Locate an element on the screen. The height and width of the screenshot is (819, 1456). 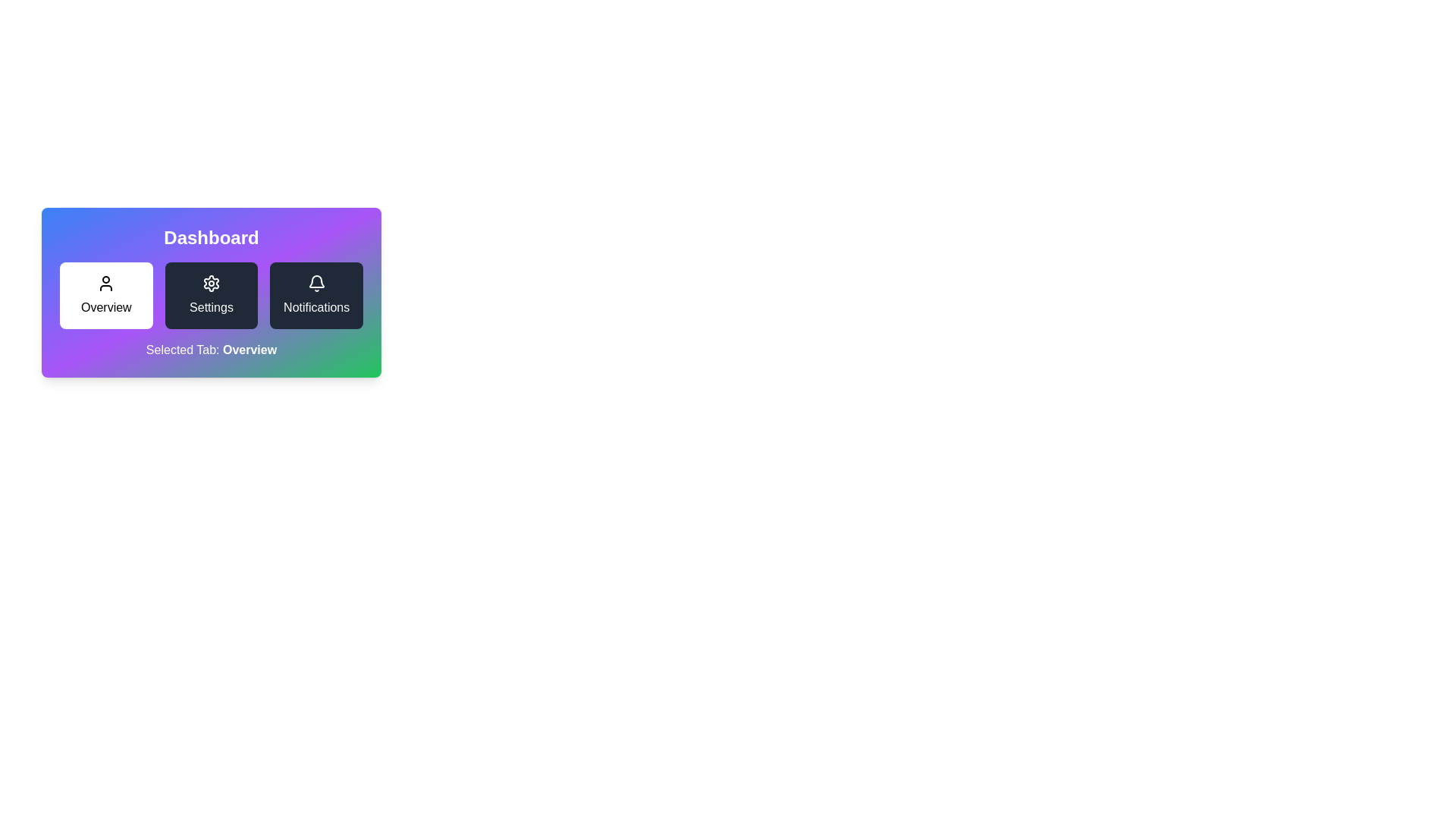
the 'Notifications' card, which is the last card in a row of three cards in the grid on the 'Dashboard' is located at coordinates (315, 295).